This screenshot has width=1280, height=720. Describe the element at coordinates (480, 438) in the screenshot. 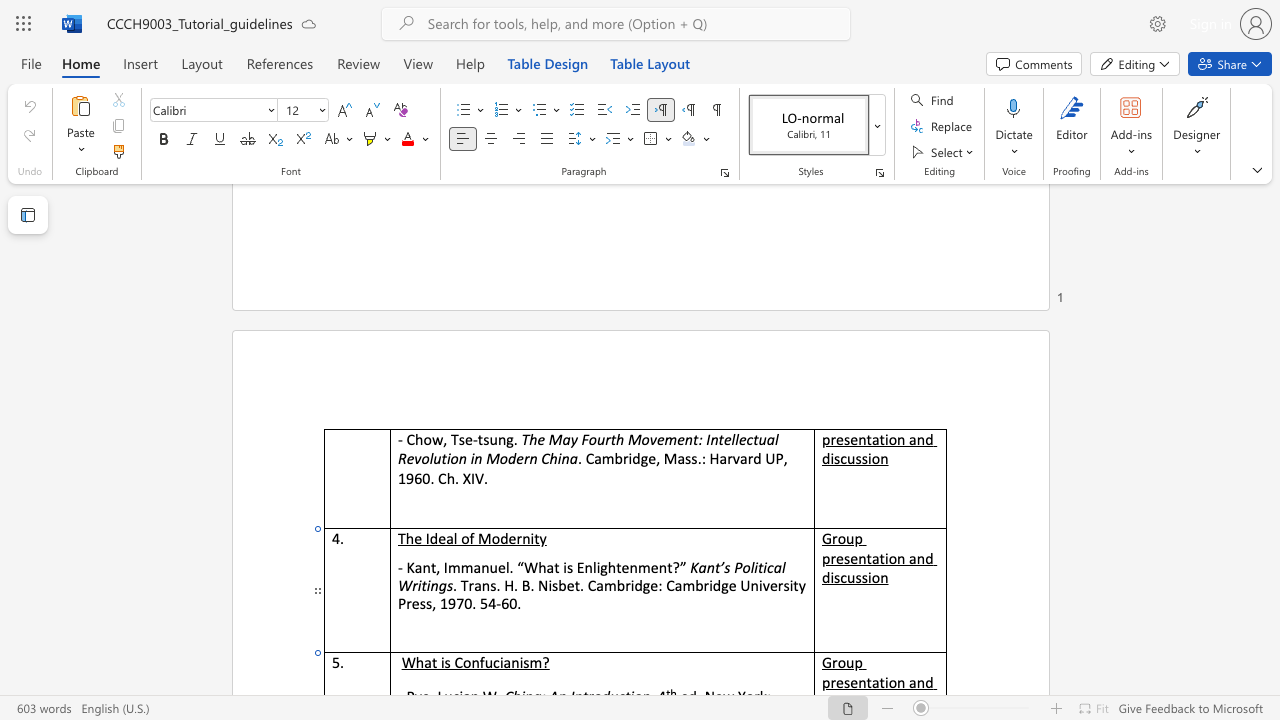

I see `the 1th character "t" in the text` at that location.